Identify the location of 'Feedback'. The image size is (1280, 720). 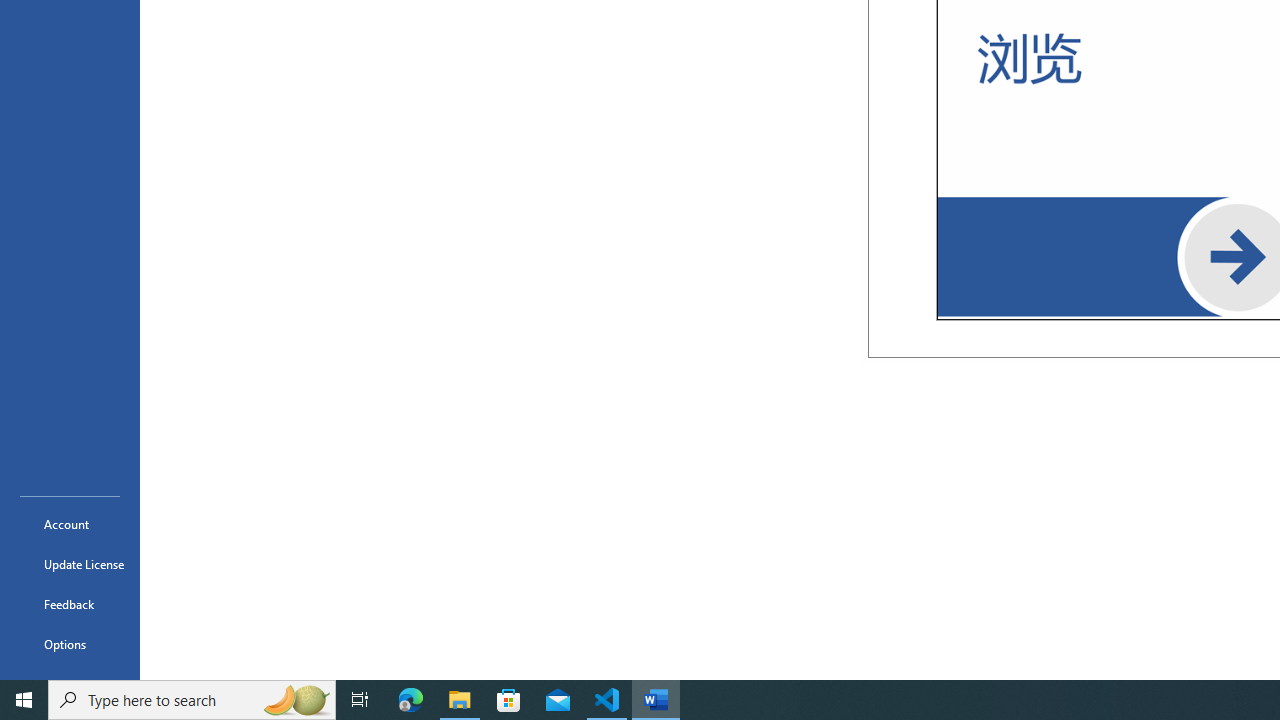
(69, 603).